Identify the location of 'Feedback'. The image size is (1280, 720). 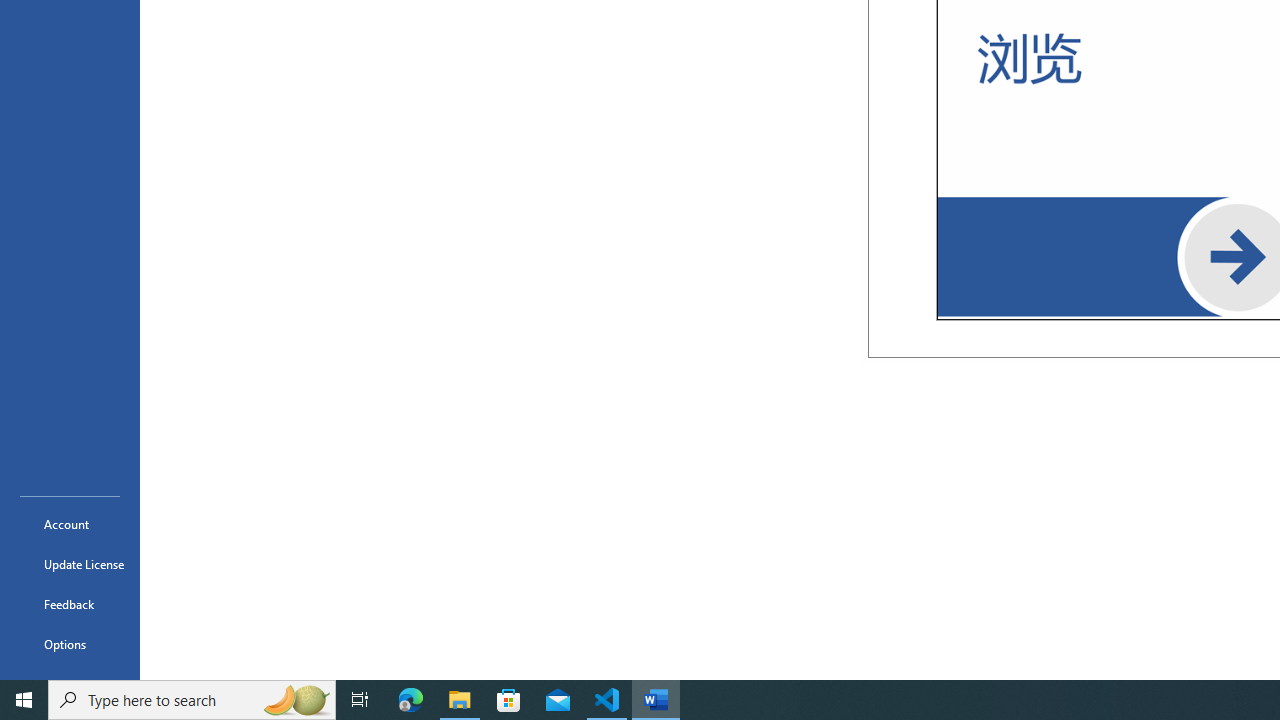
(69, 603).